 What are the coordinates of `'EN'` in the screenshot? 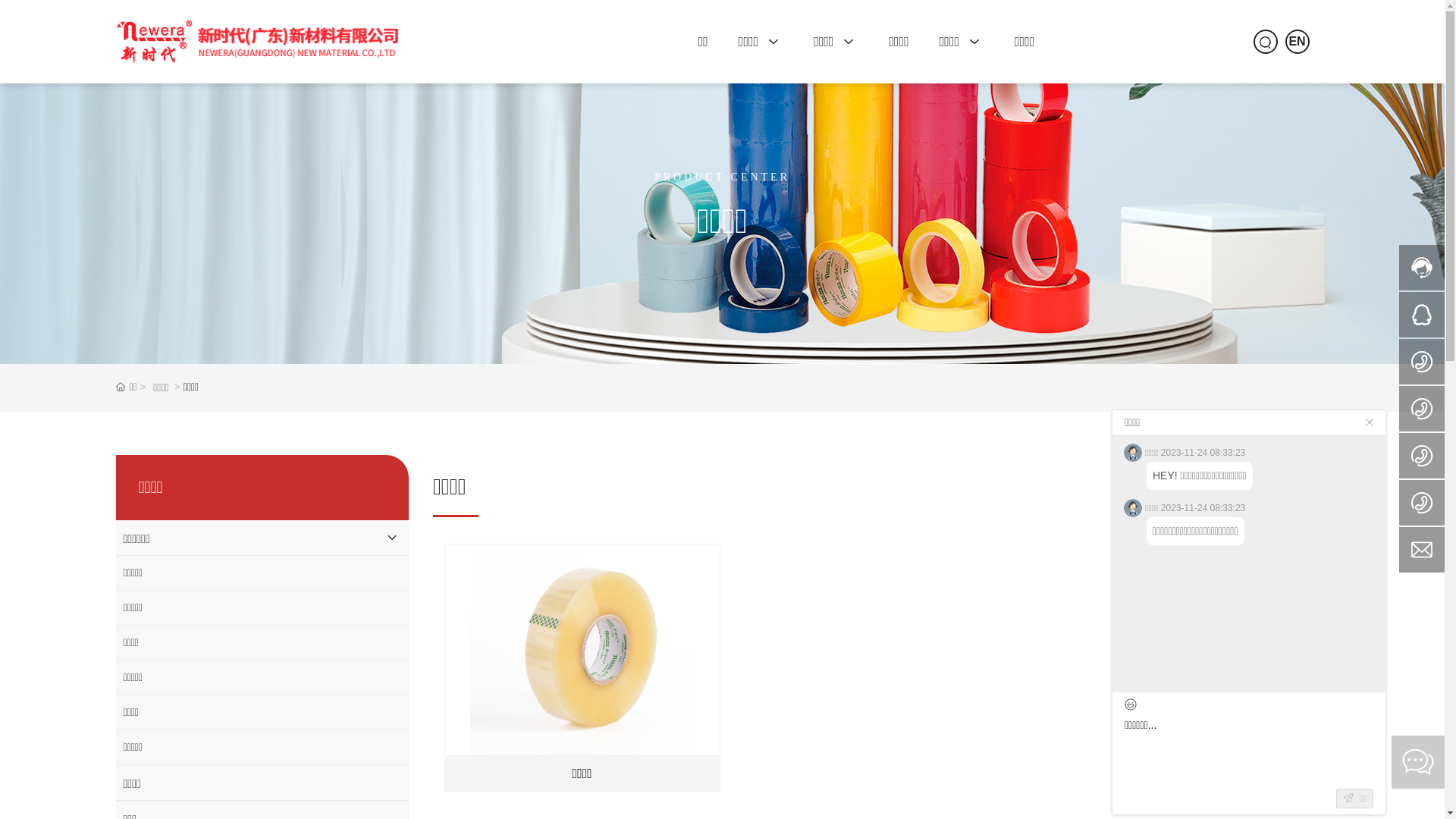 It's located at (1295, 40).